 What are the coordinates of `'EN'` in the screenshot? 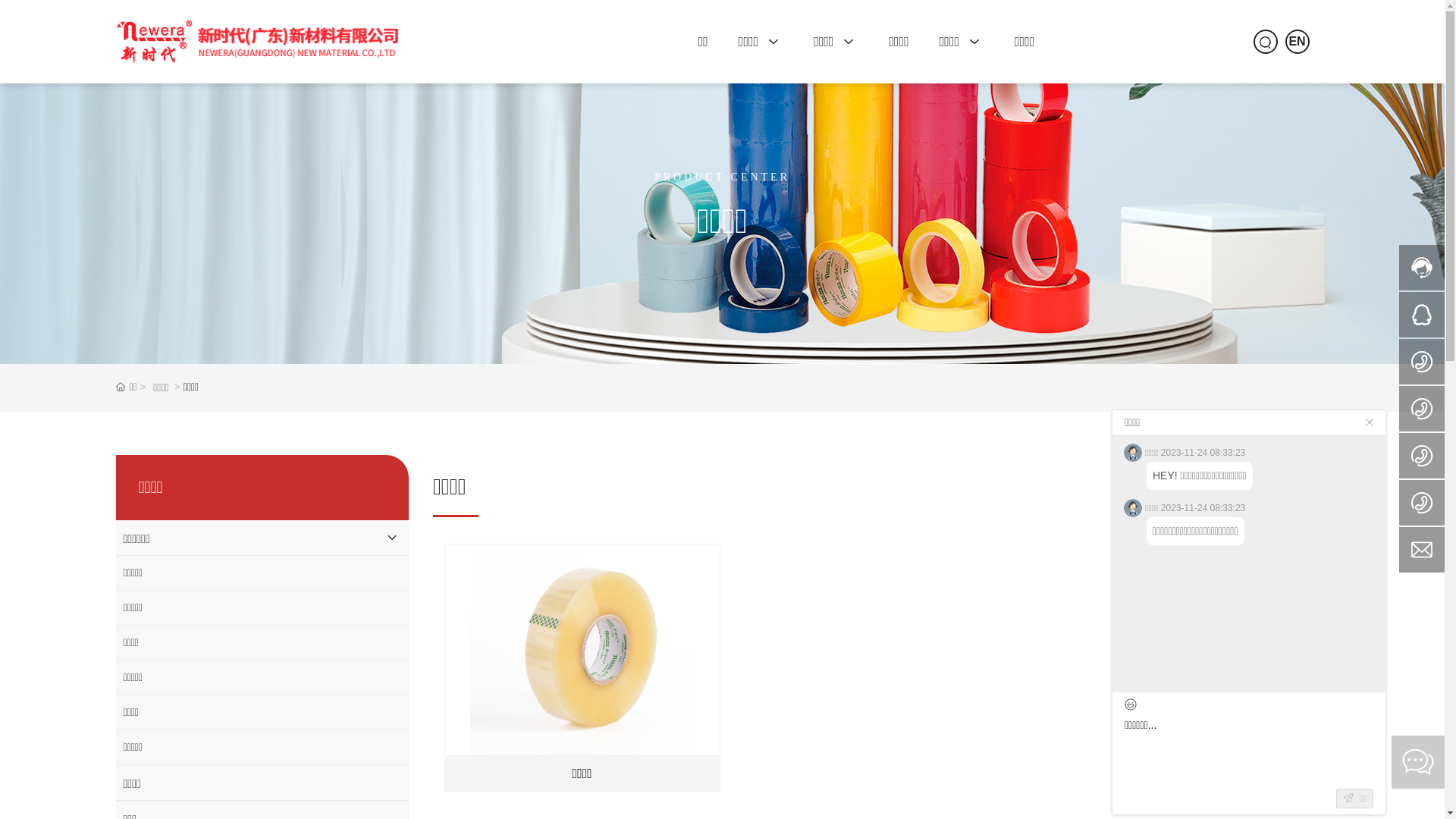 It's located at (1295, 40).